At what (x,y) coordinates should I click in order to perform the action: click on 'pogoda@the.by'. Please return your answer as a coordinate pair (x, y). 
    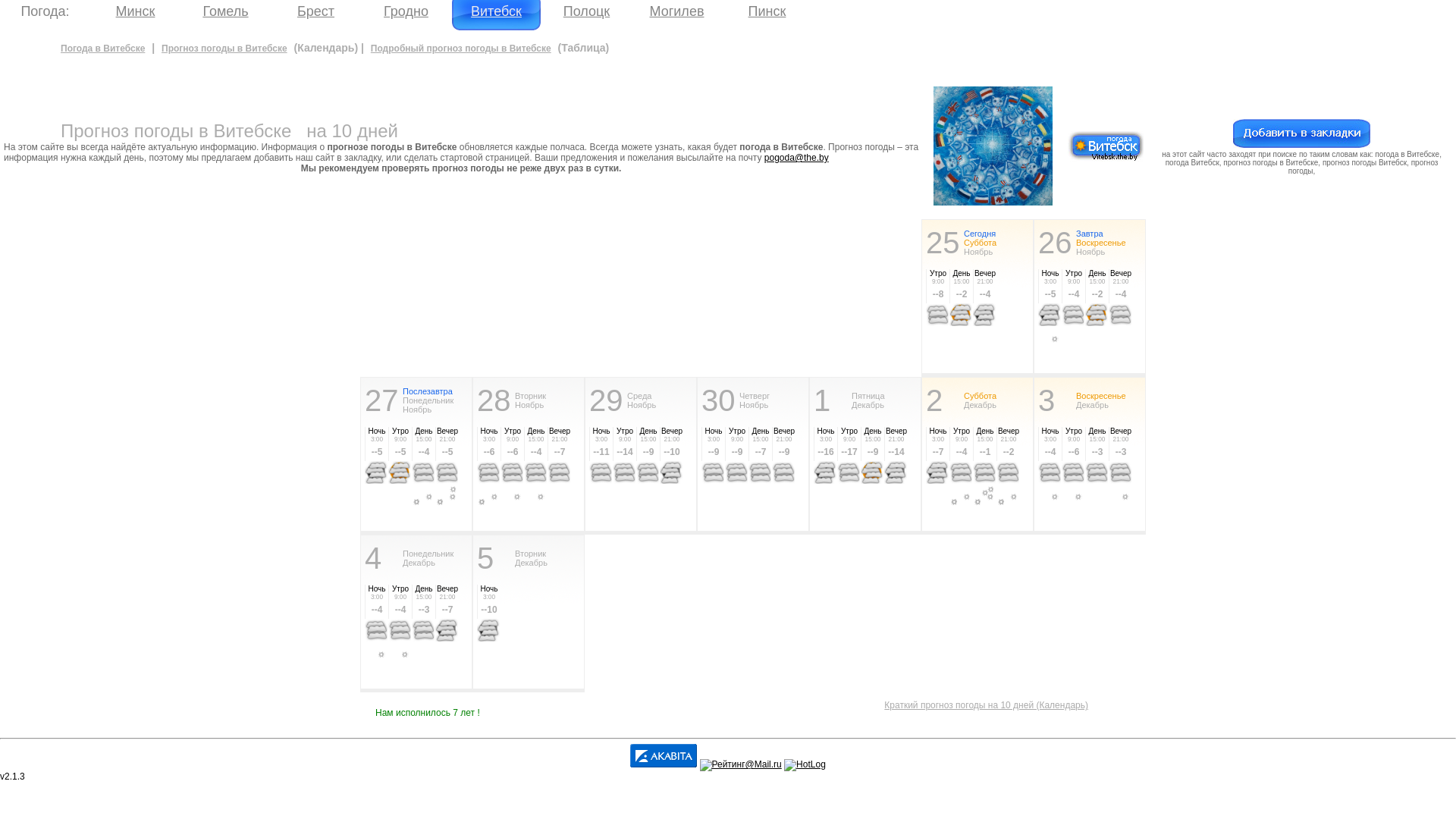
    Looking at the image, I should click on (795, 158).